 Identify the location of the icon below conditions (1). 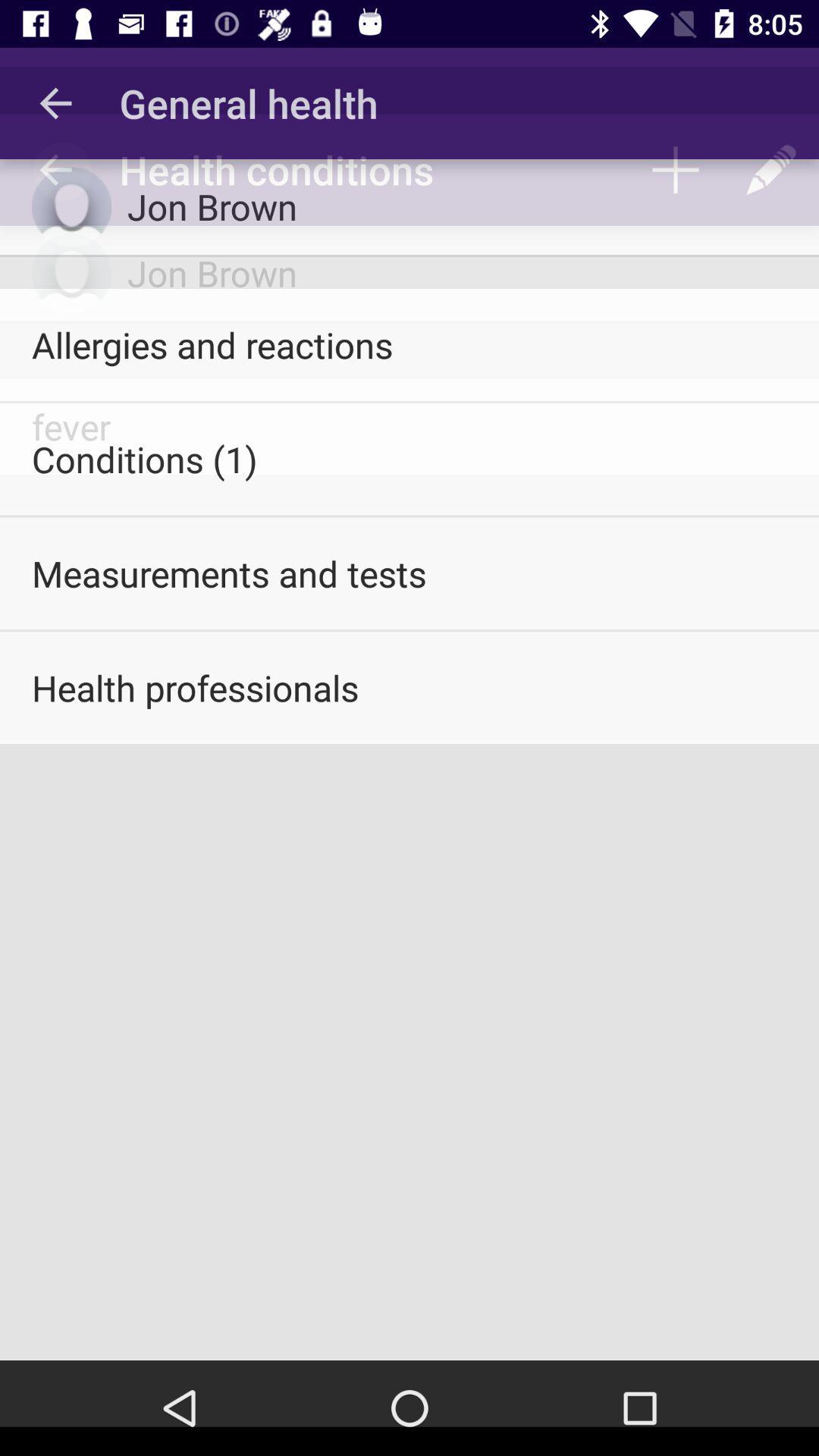
(409, 573).